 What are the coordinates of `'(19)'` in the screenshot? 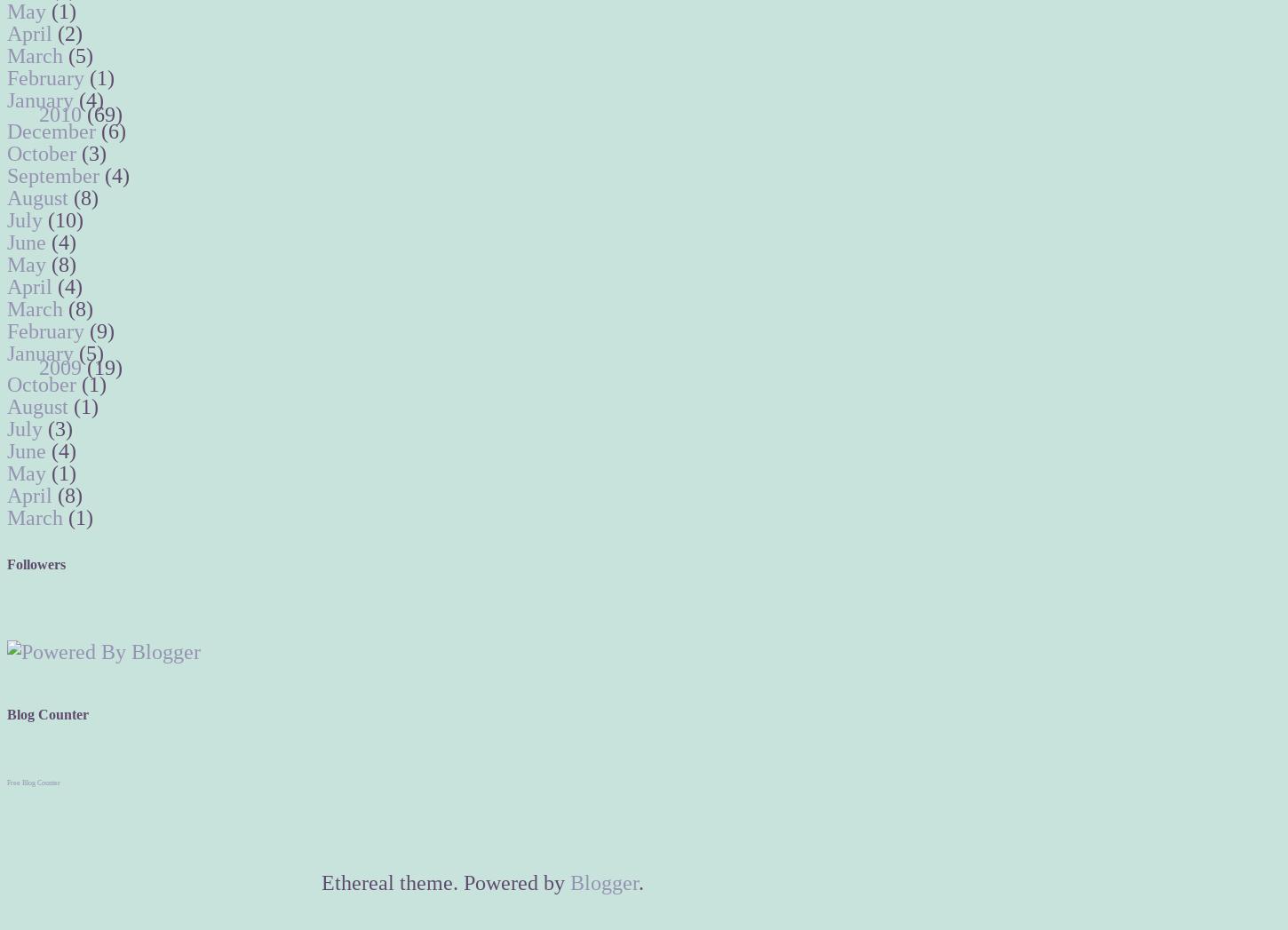 It's located at (104, 367).